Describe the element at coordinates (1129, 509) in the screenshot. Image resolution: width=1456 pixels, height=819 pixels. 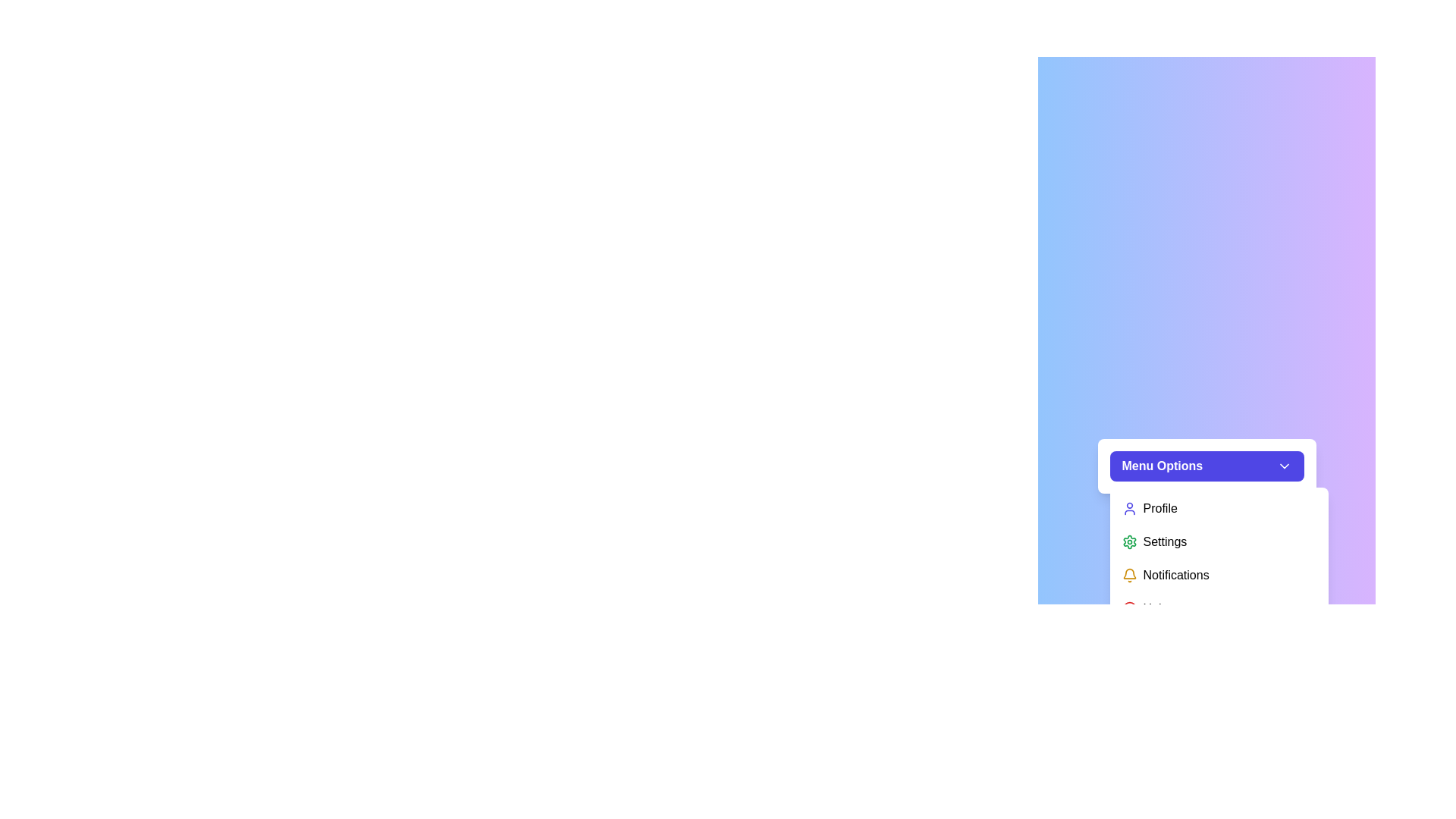
I see `the circular profile icon with a blue outline next to the 'Profile' text` at that location.